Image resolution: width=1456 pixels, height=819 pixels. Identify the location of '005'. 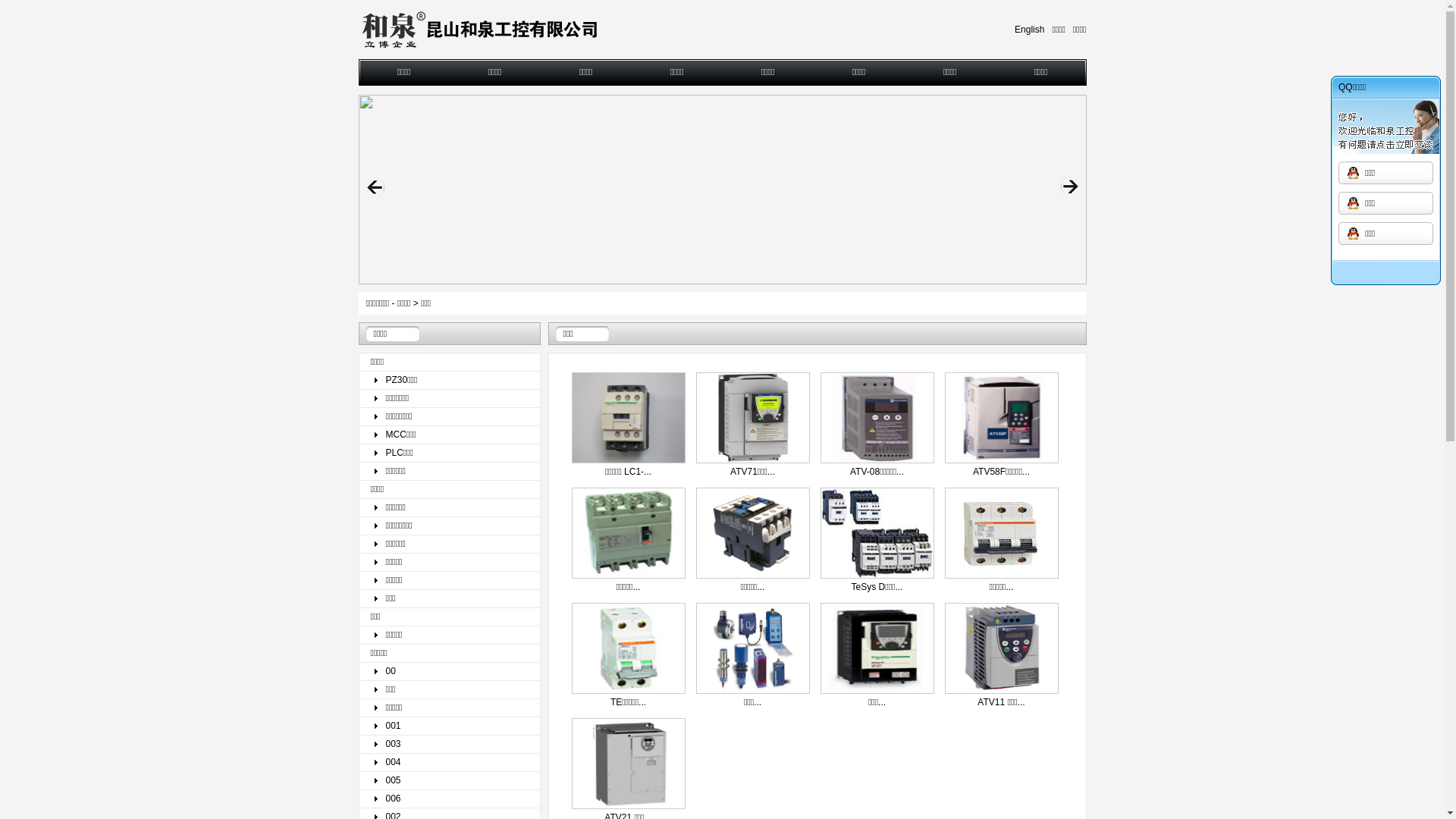
(449, 780).